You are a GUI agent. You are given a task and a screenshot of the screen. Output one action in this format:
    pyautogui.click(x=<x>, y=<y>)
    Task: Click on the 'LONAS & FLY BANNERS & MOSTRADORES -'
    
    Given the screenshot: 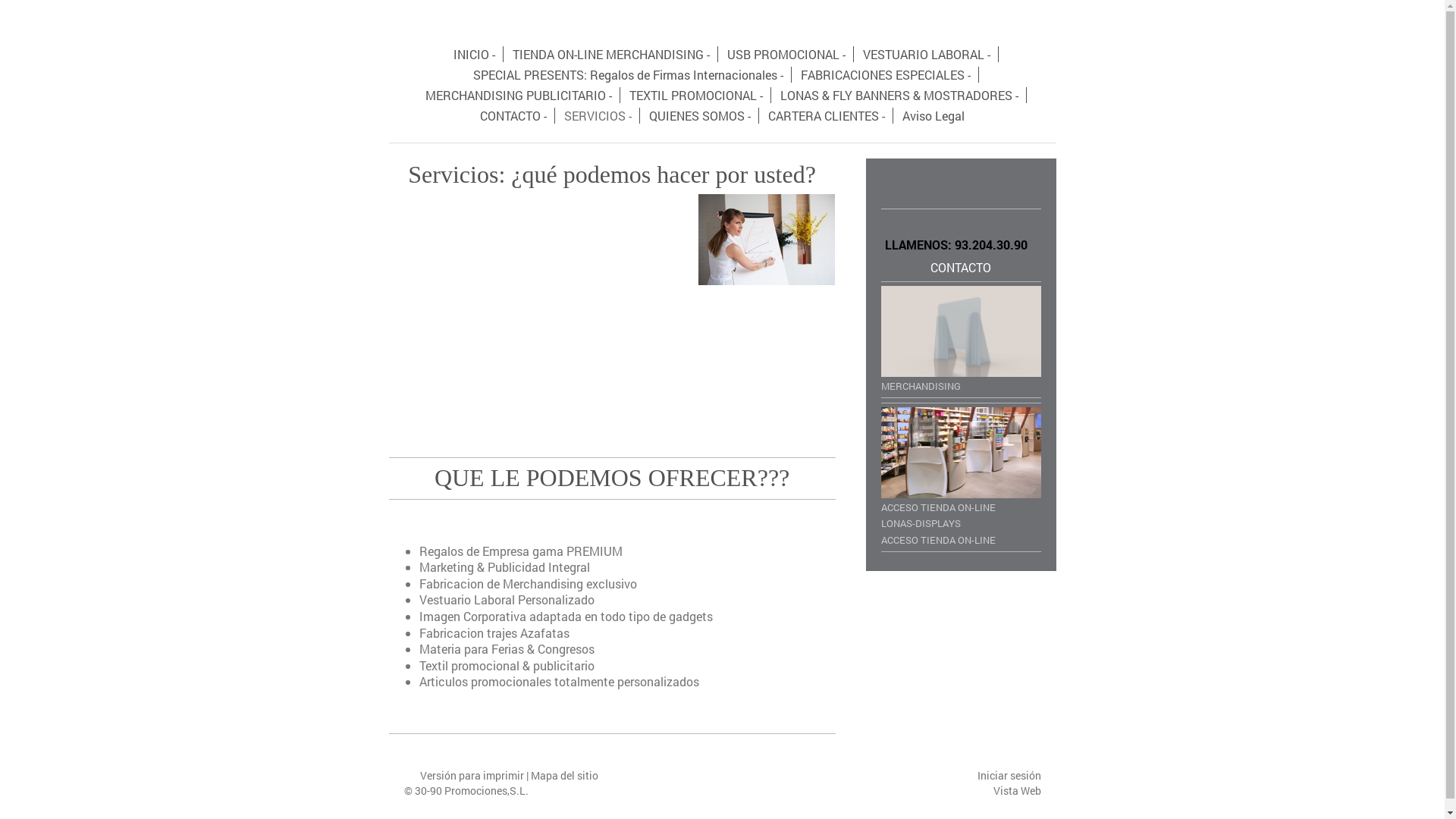 What is the action you would take?
    pyautogui.click(x=899, y=95)
    